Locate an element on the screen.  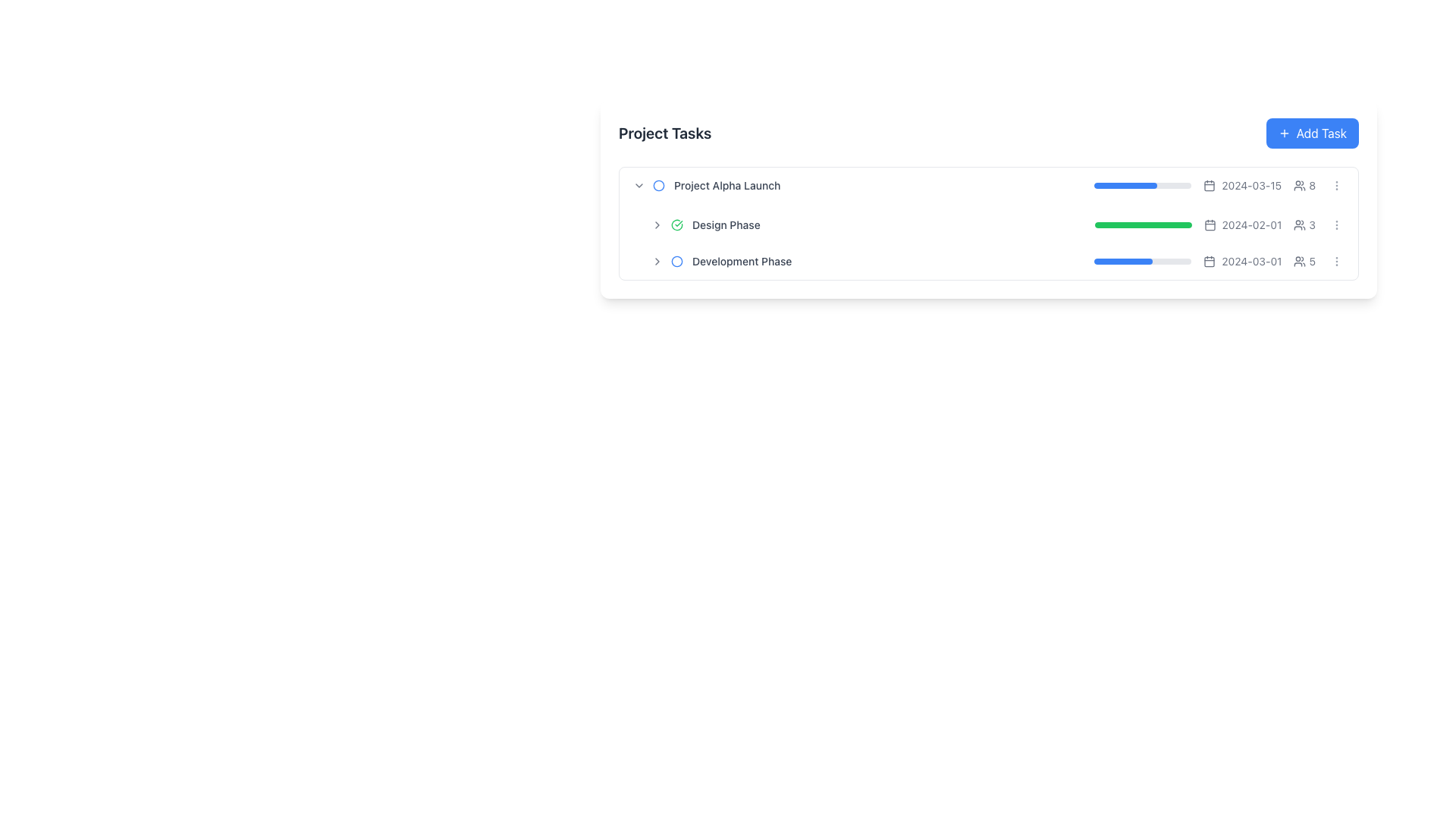
progress level is located at coordinates (1150, 225).